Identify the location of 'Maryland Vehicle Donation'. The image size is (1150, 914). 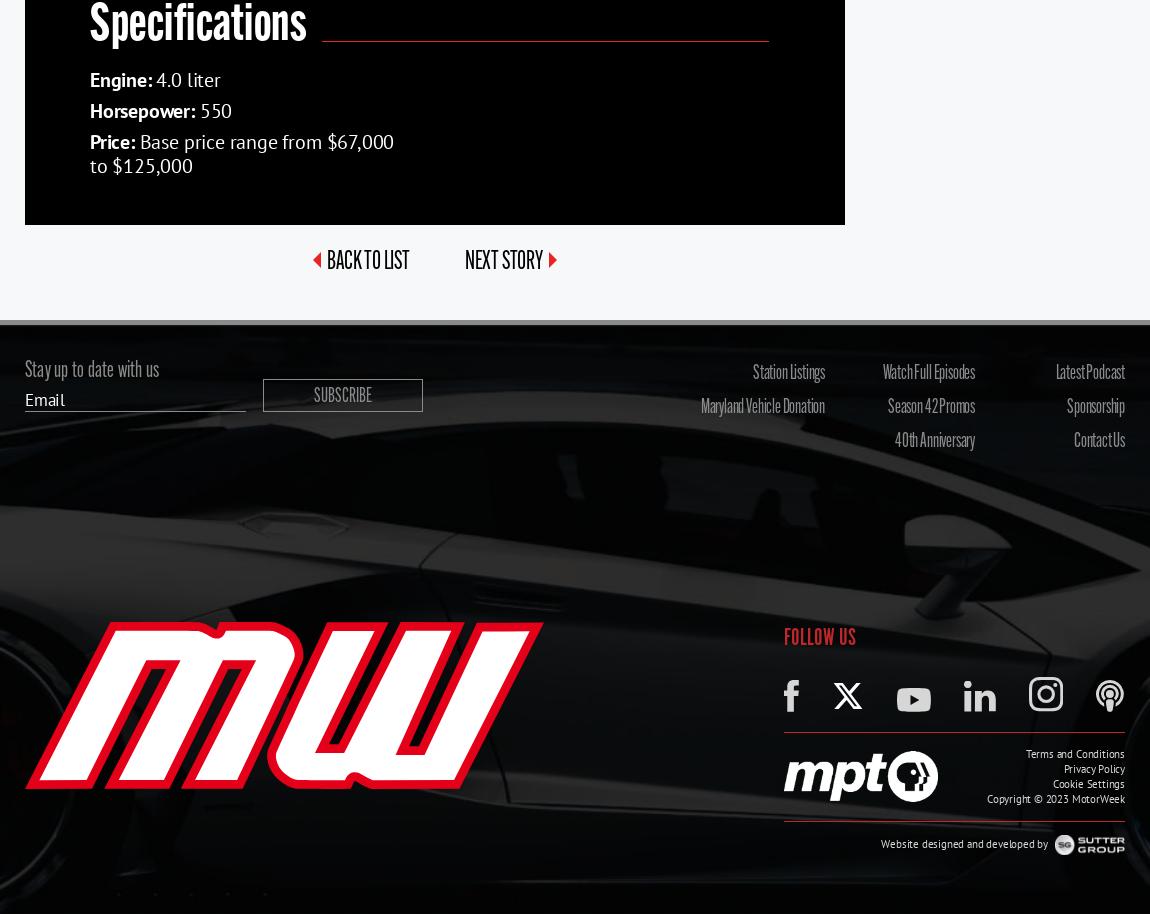
(761, 407).